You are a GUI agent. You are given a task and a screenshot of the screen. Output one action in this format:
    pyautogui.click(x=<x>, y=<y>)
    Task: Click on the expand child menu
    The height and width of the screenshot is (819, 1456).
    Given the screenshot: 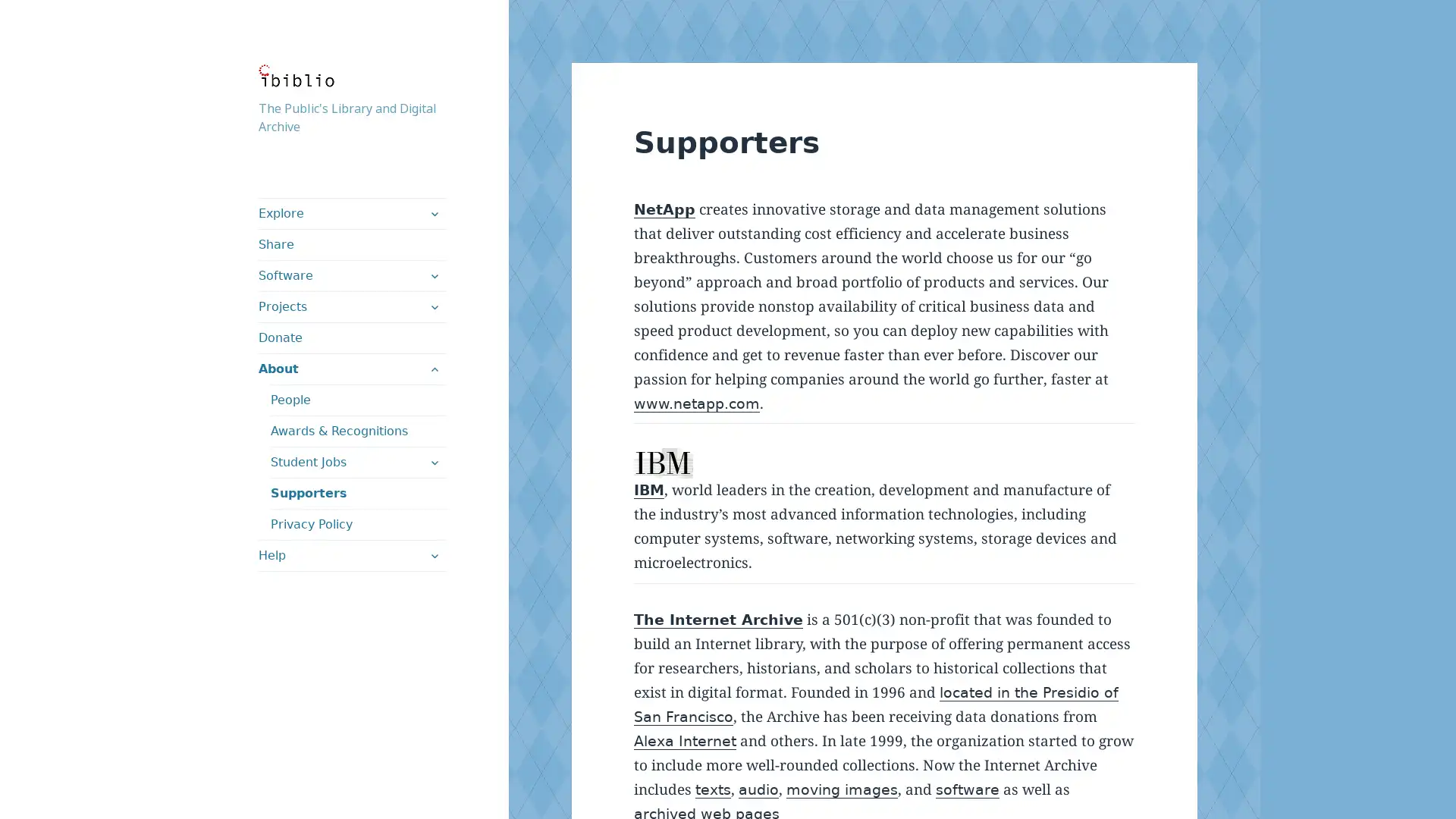 What is the action you would take?
    pyautogui.click(x=432, y=213)
    